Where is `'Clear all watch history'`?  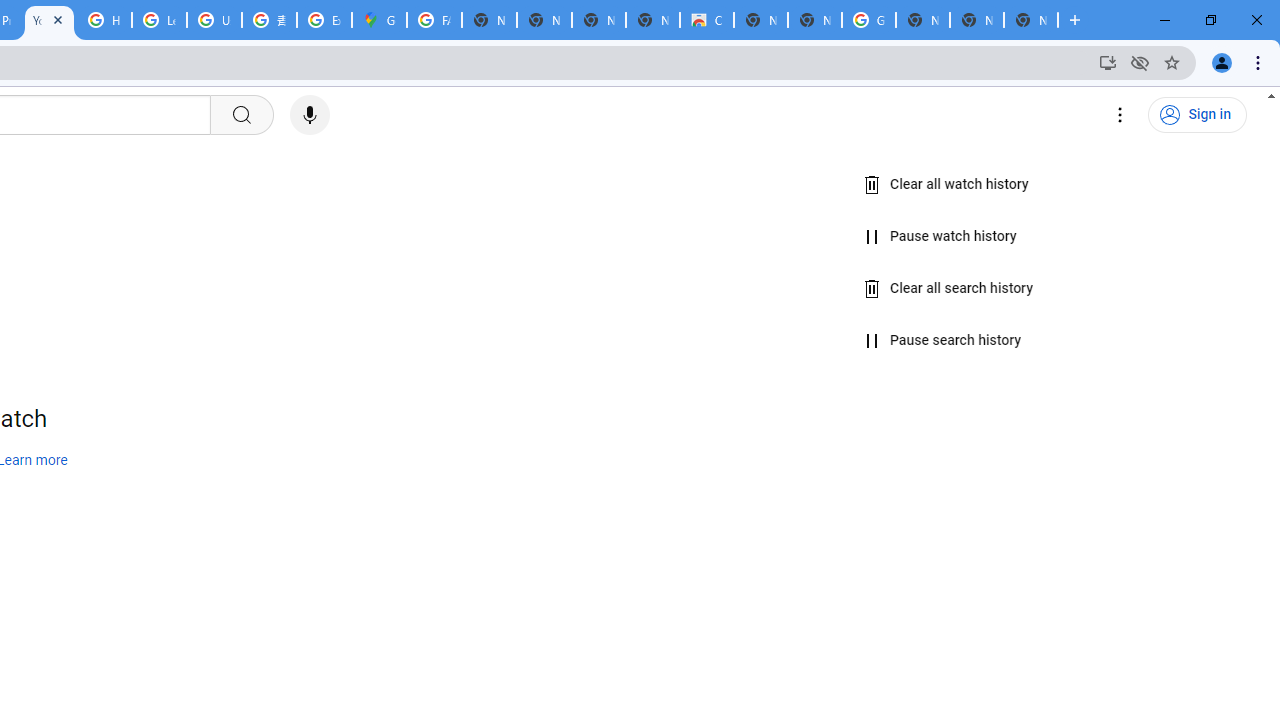
'Clear all watch history' is located at coordinates (946, 185).